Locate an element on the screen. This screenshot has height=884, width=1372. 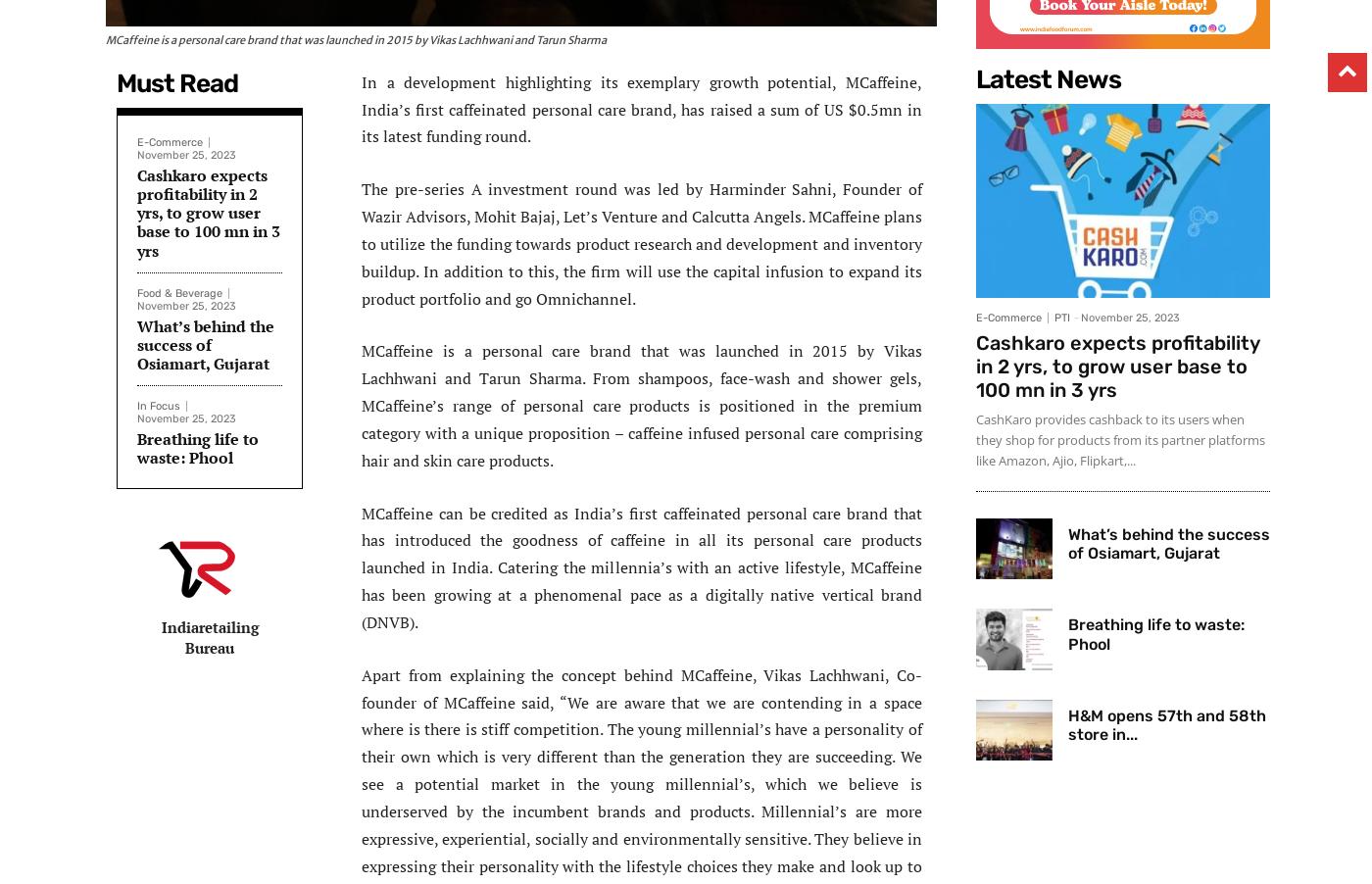
'PTI' is located at coordinates (1062, 317).